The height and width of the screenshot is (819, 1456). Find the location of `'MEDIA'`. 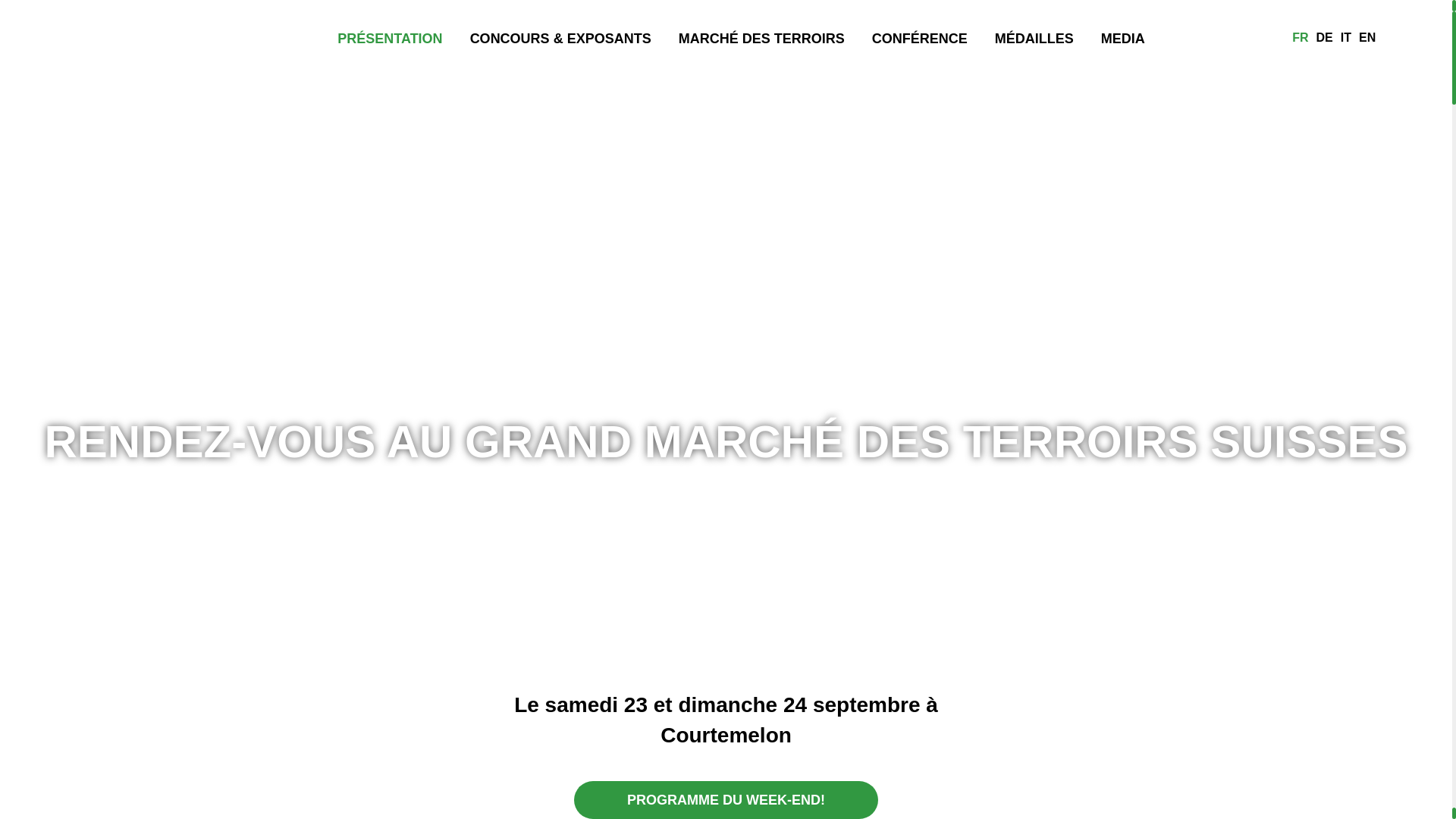

'MEDIA' is located at coordinates (1123, 36).